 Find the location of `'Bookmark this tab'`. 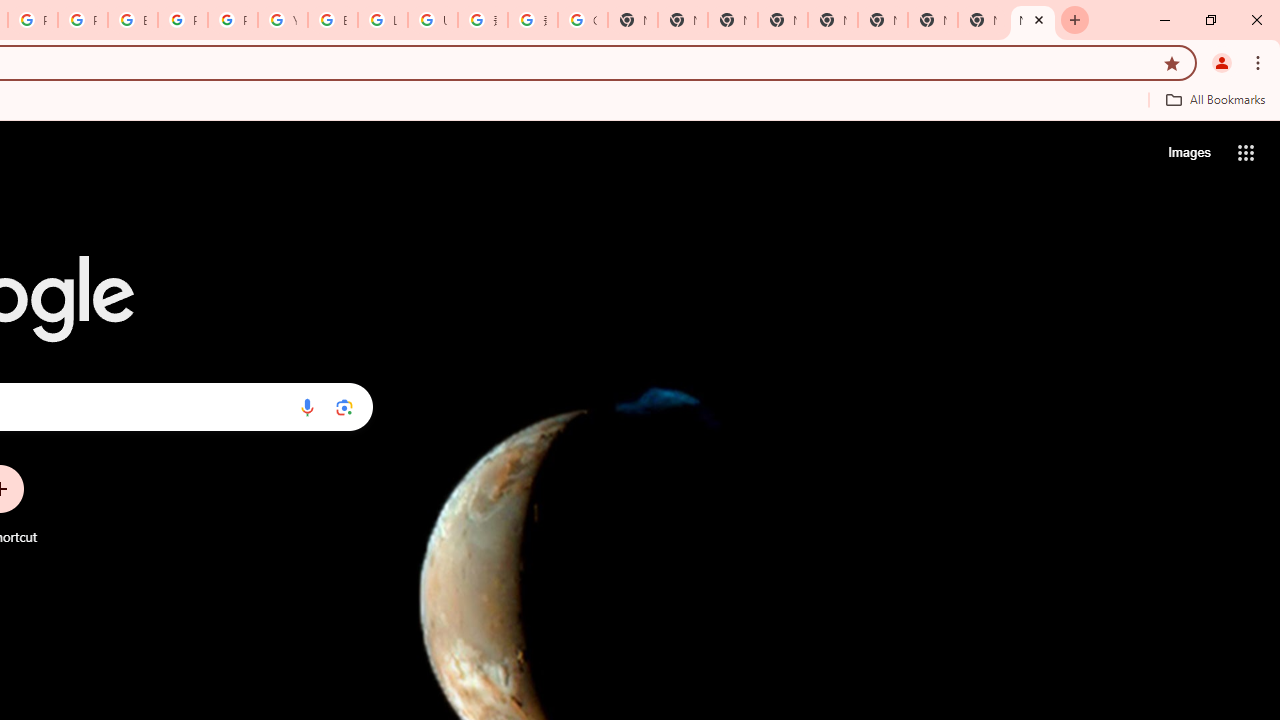

'Bookmark this tab' is located at coordinates (1171, 61).